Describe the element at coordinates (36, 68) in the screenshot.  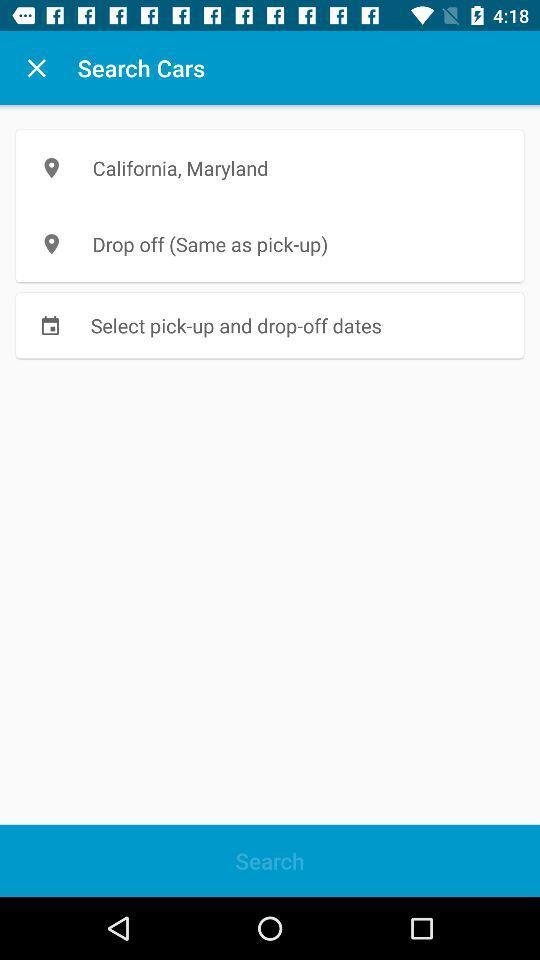
I see `the item to the left of search cars` at that location.